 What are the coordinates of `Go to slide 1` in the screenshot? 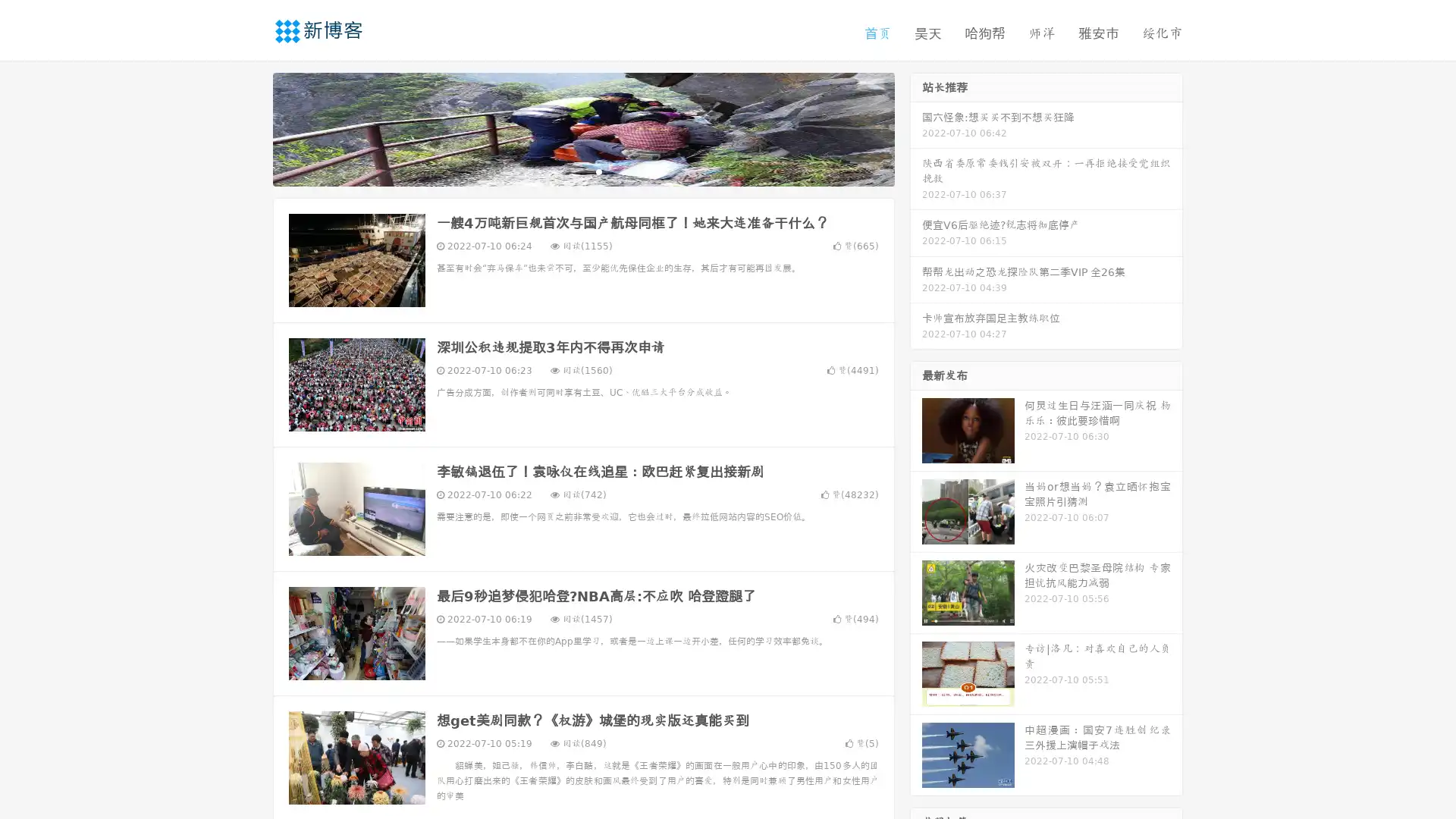 It's located at (567, 171).